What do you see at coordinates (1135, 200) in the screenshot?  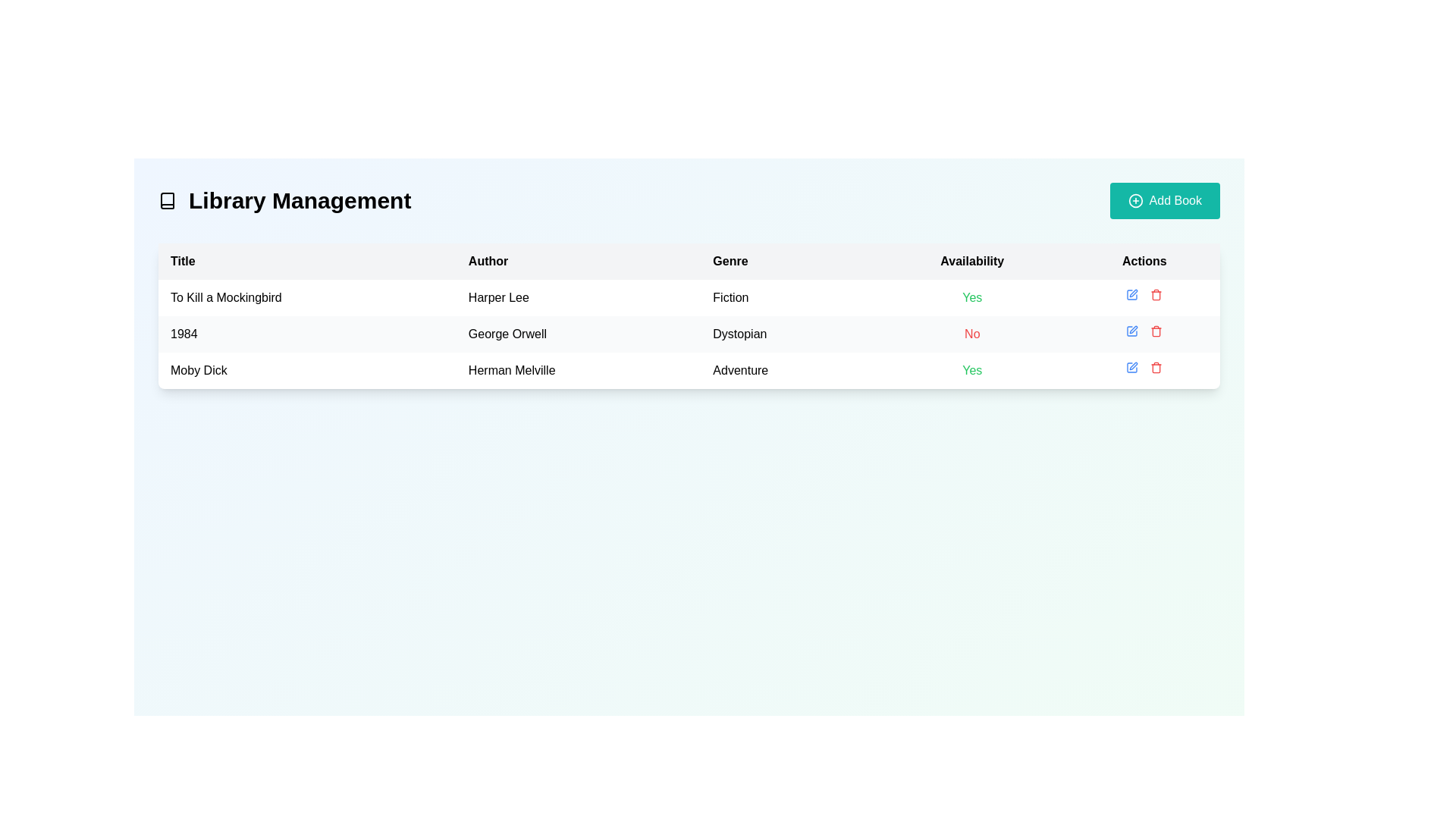 I see `the addition icon located to the left of the 'Add Book' text on the green button near the top-right region of the interface` at bounding box center [1135, 200].